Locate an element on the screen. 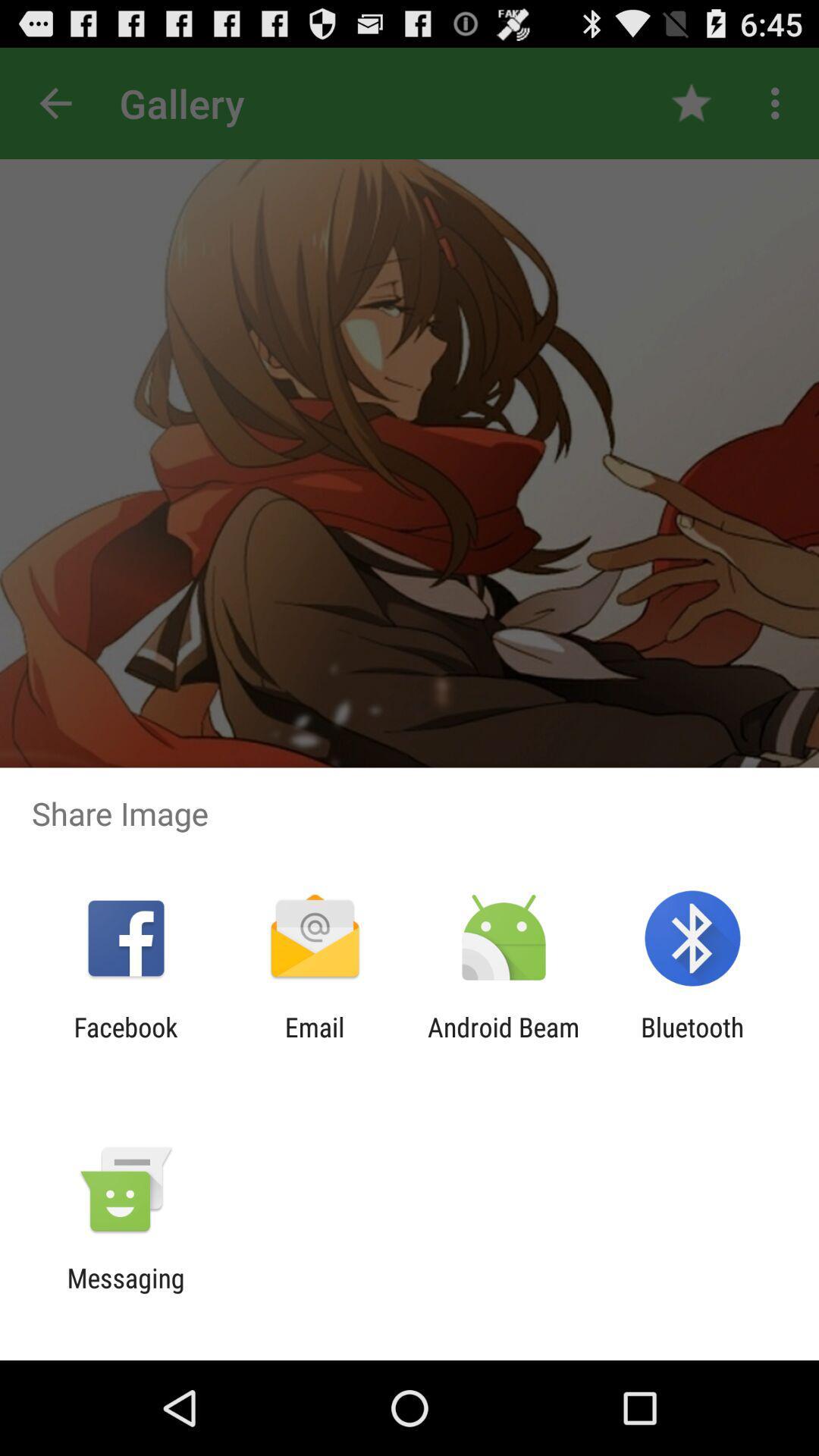 Image resolution: width=819 pixels, height=1456 pixels. the icon to the right of the android beam icon is located at coordinates (692, 1042).